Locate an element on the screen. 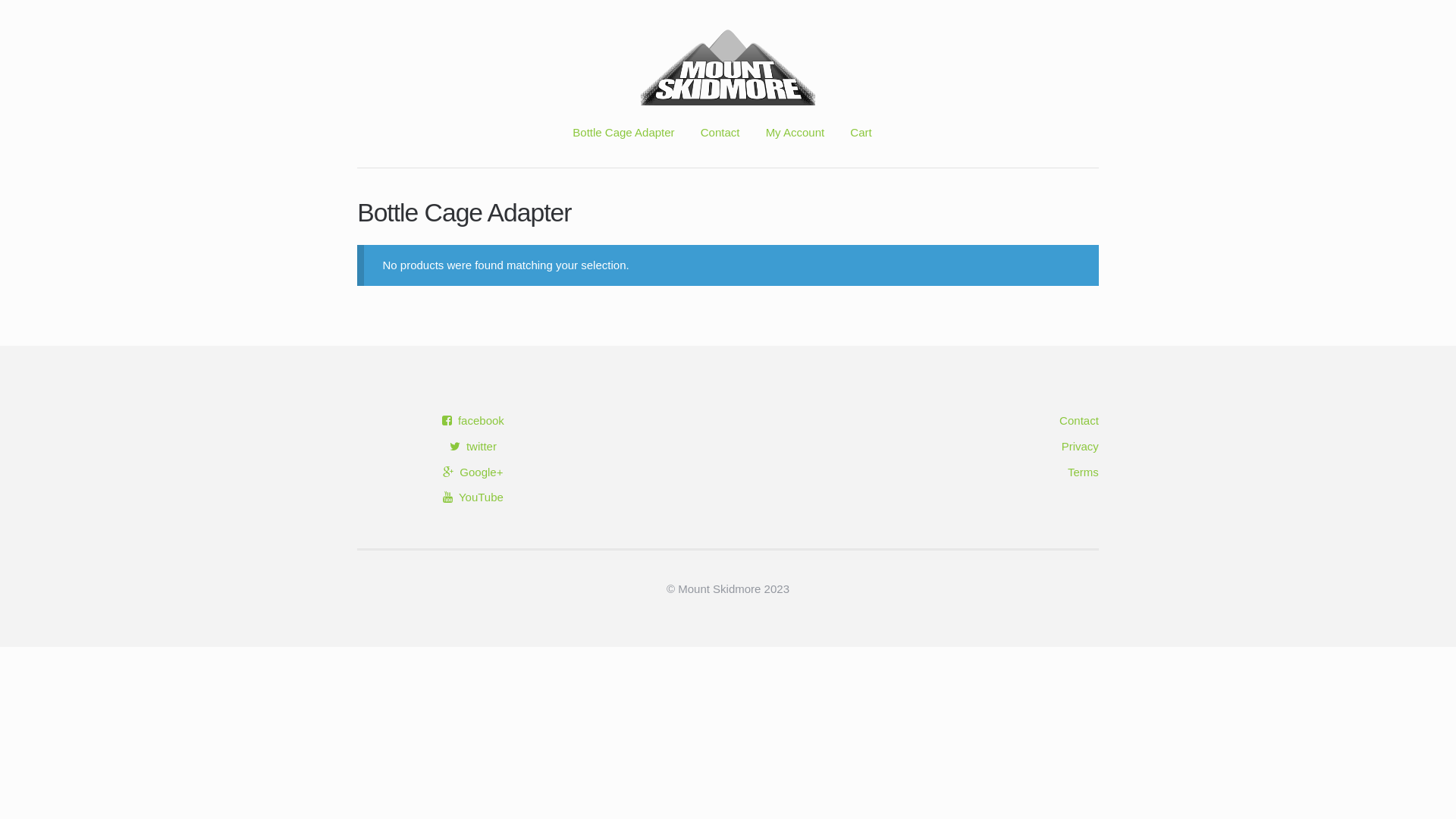 This screenshot has height=819, width=1456. 'facebook' is located at coordinates (472, 420).